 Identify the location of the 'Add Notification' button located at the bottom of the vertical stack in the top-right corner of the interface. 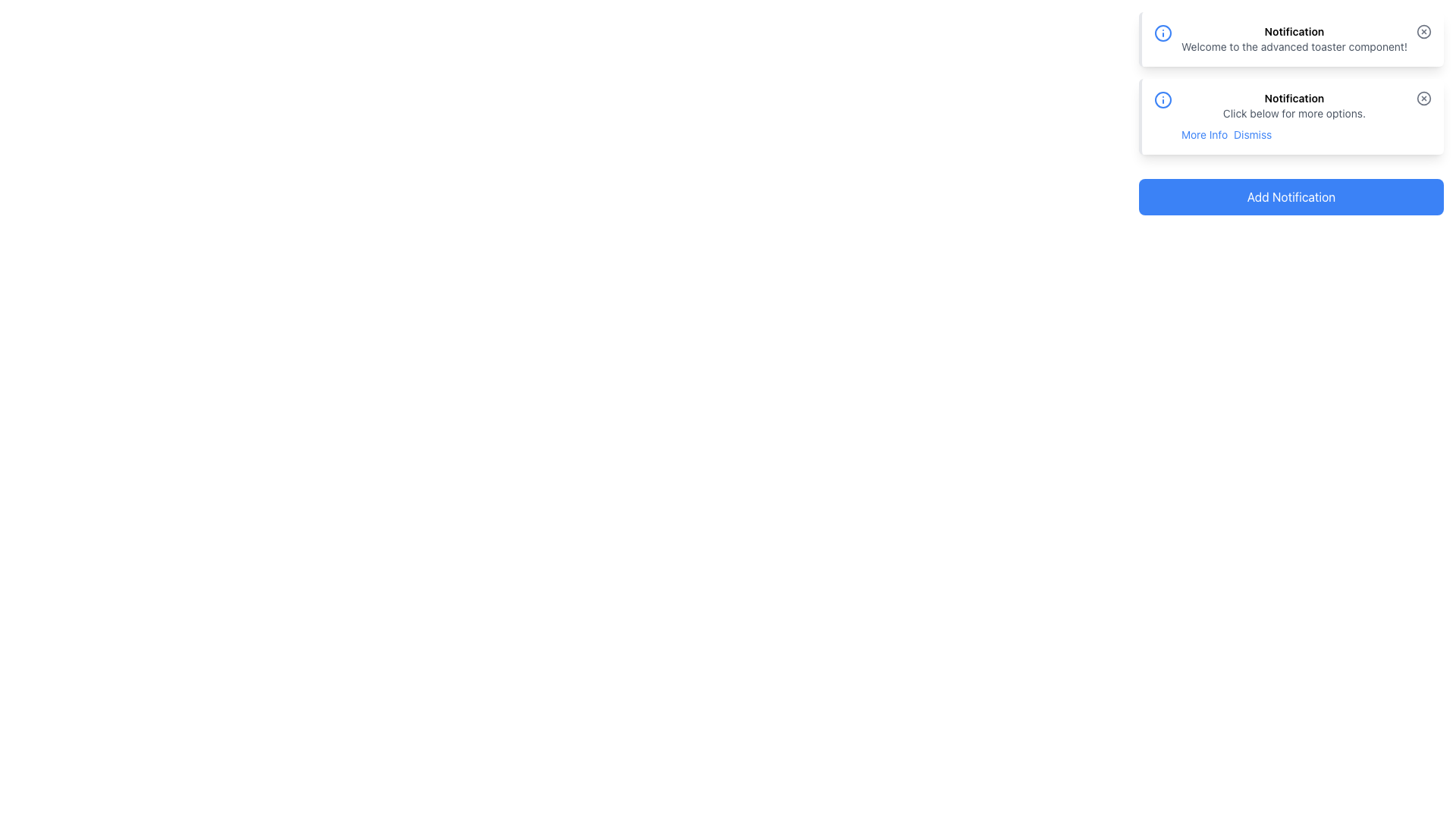
(1291, 196).